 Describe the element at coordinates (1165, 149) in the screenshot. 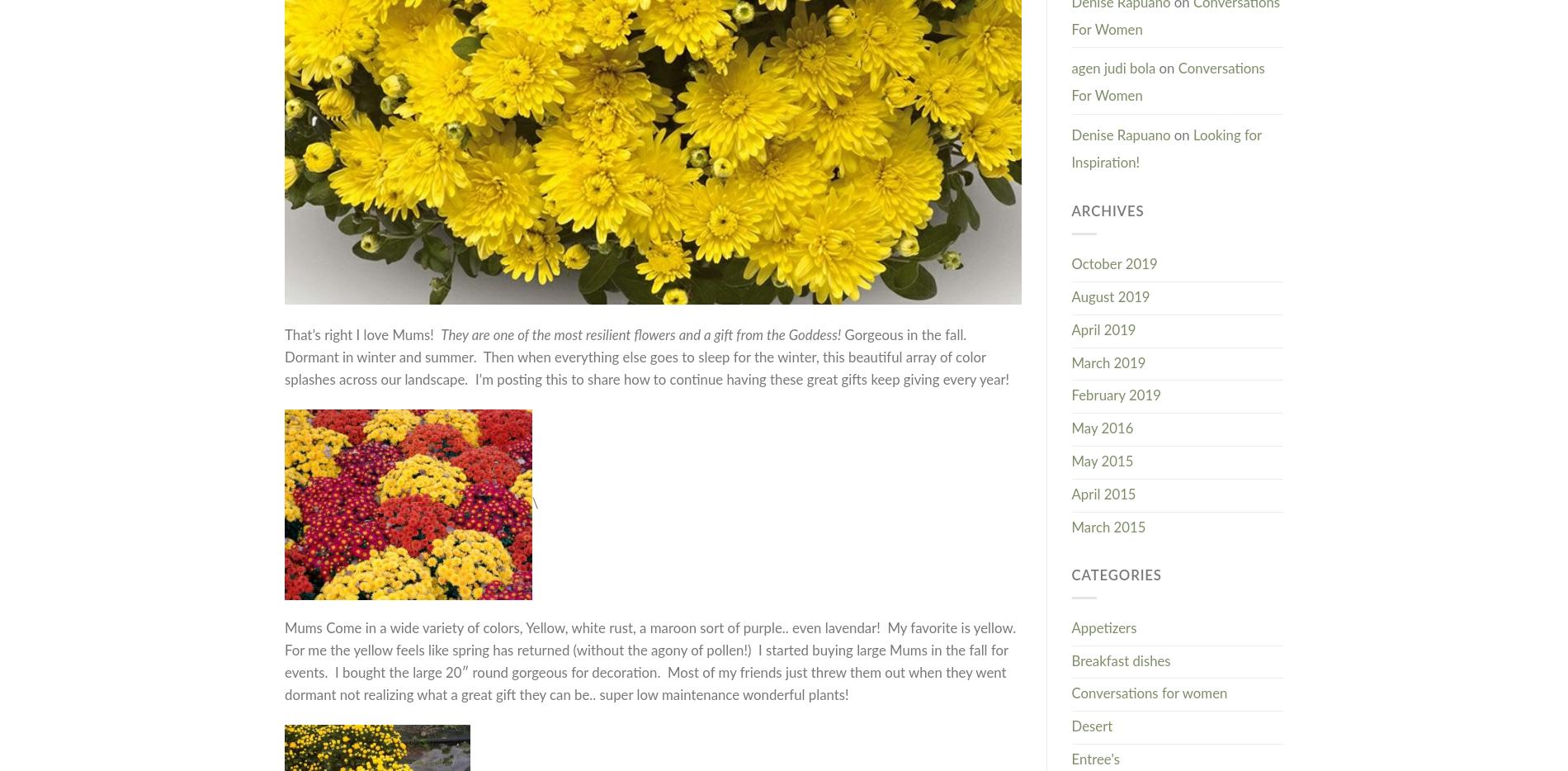

I see `'Looking for Inspiration!'` at that location.